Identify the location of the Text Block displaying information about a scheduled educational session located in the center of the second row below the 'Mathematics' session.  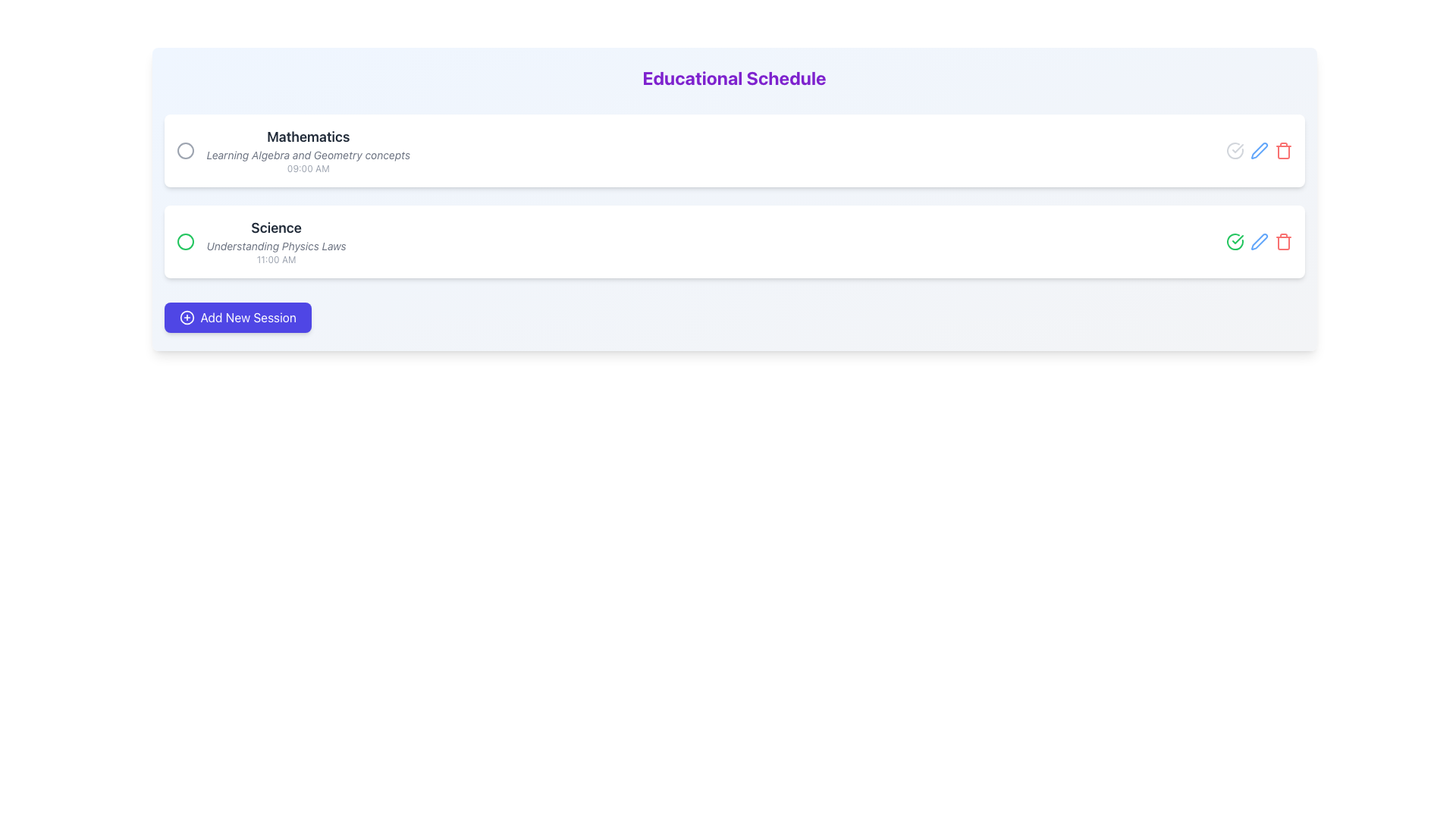
(276, 241).